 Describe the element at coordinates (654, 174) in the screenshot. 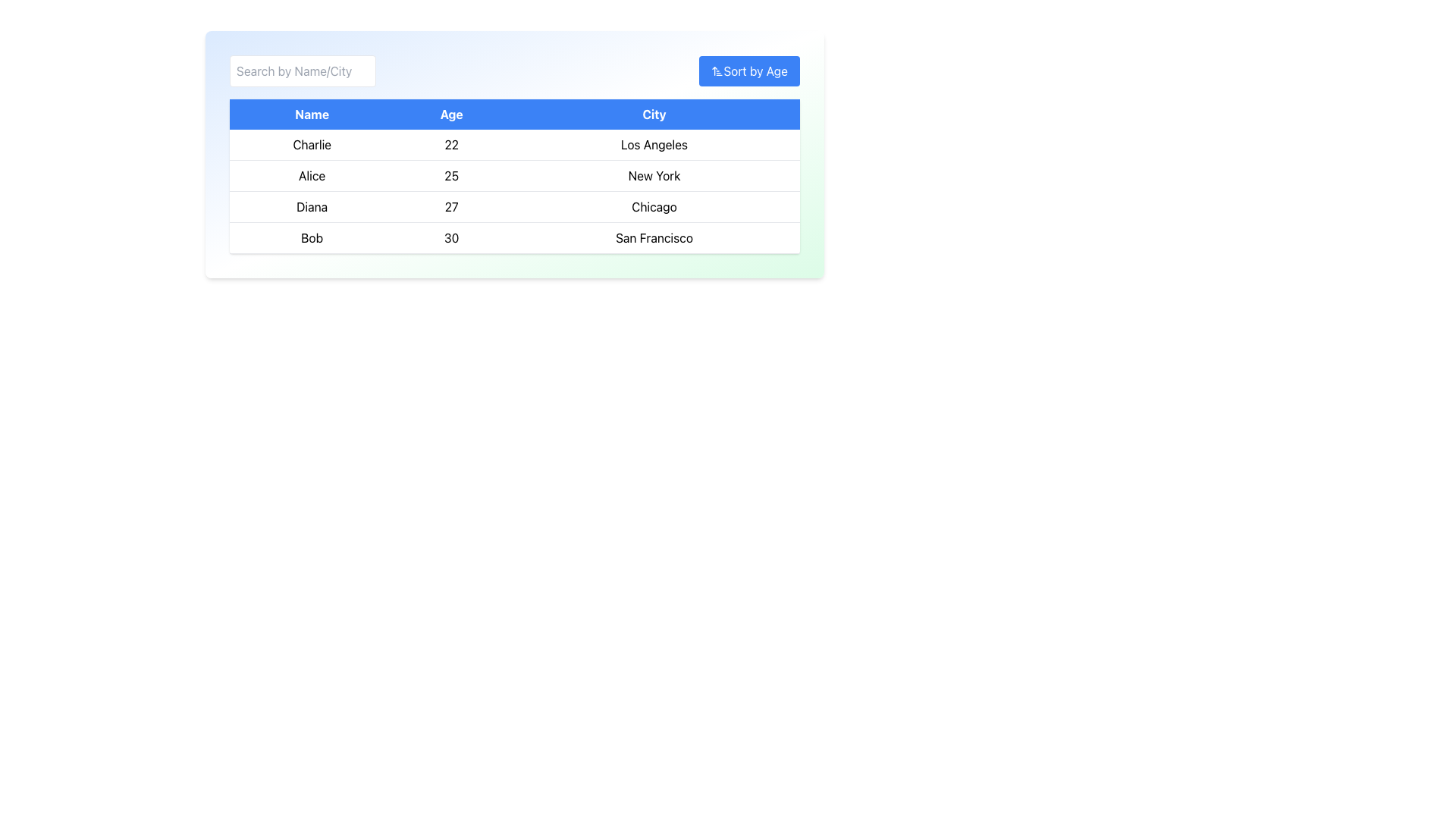

I see `the city information element located in the table under the 'City' column for the row with 'Name' entry 'Alice' and 'Age' entry '25'` at that location.